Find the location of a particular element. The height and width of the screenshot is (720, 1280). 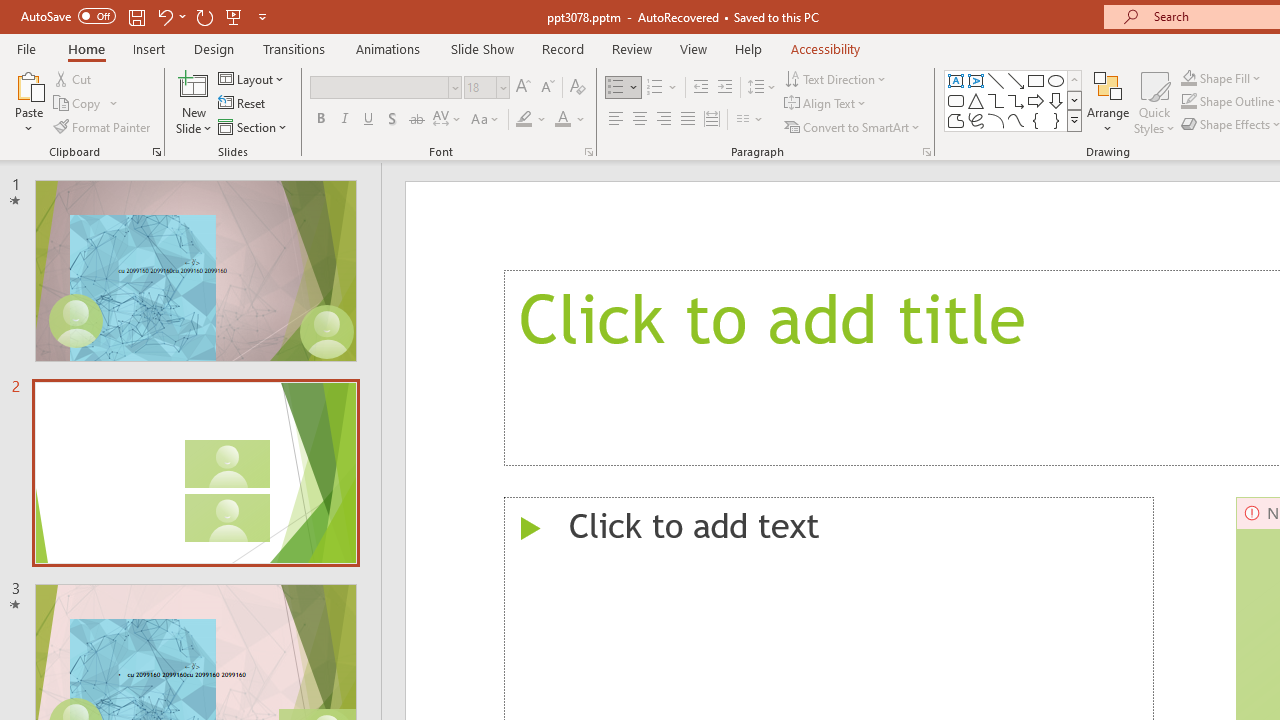

'Right Brace' is located at coordinates (1055, 120).